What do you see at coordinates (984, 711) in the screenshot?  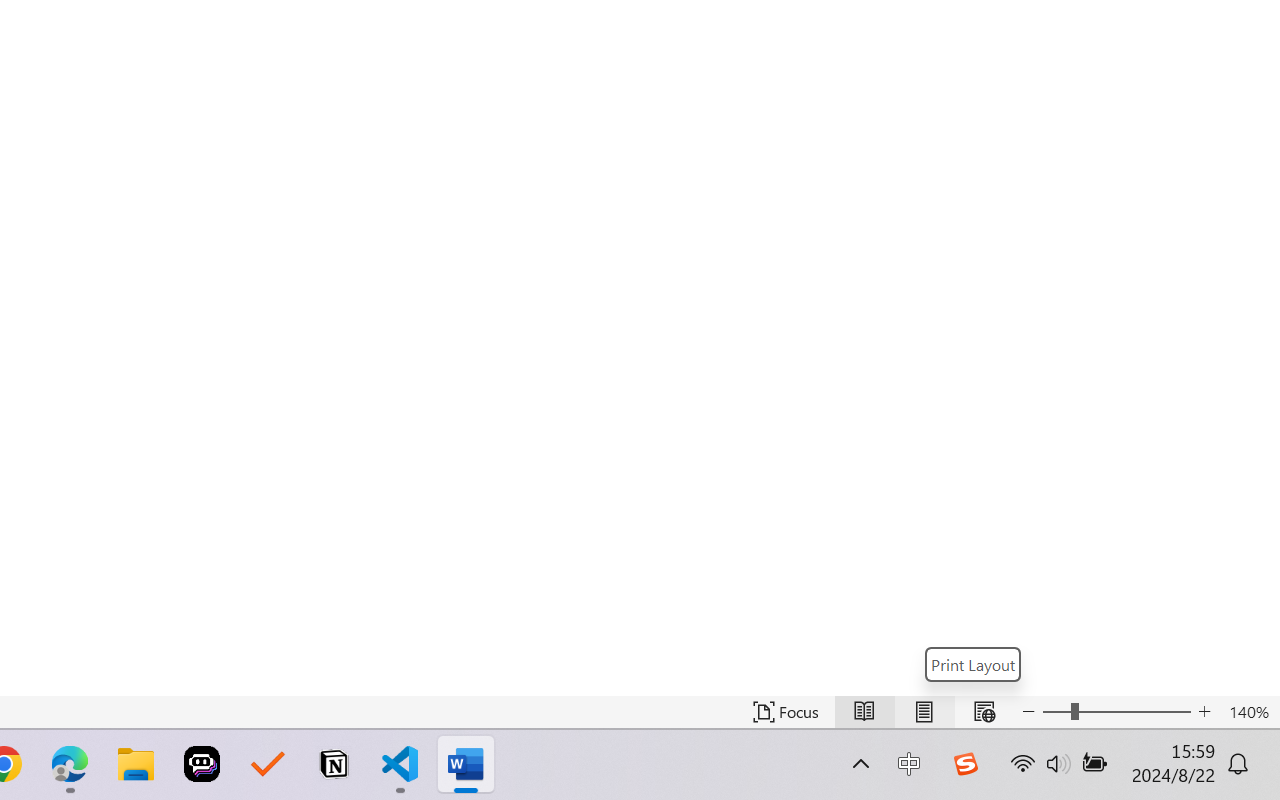 I see `'Web Layout'` at bounding box center [984, 711].